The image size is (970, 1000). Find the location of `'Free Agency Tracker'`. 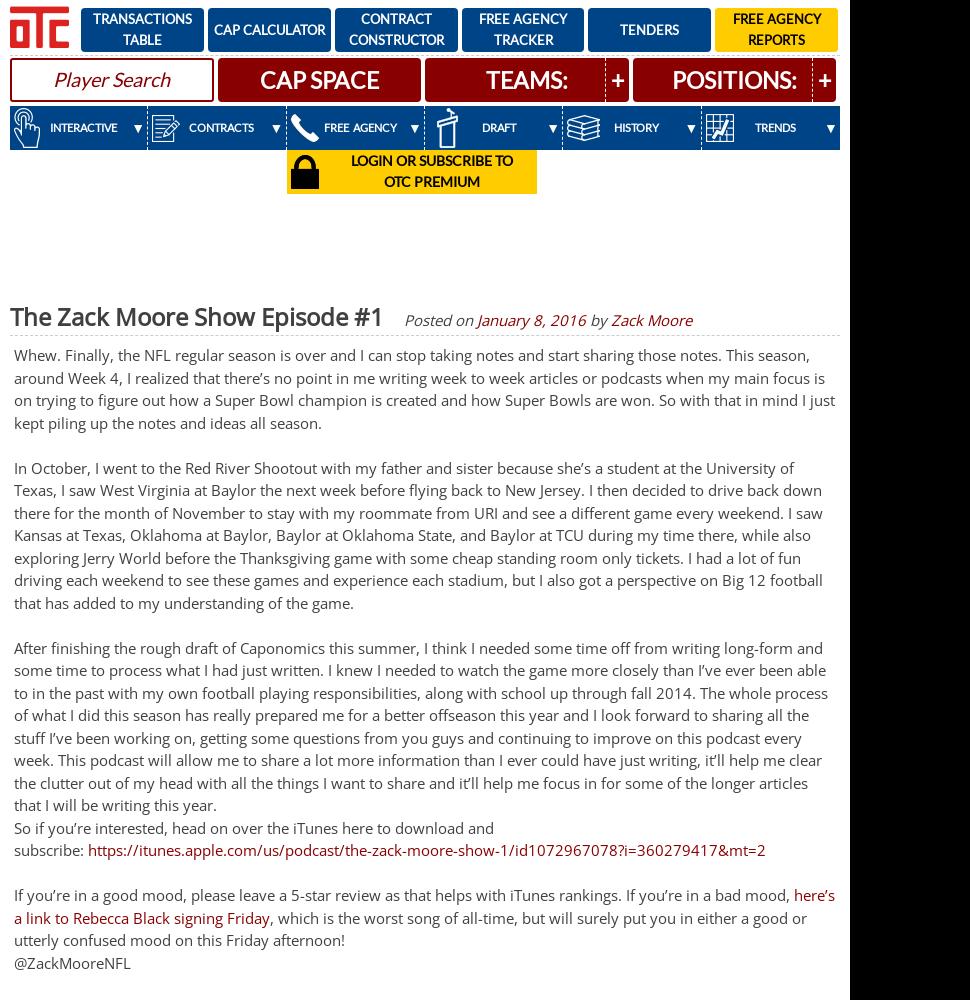

'Free Agency Tracker' is located at coordinates (523, 29).